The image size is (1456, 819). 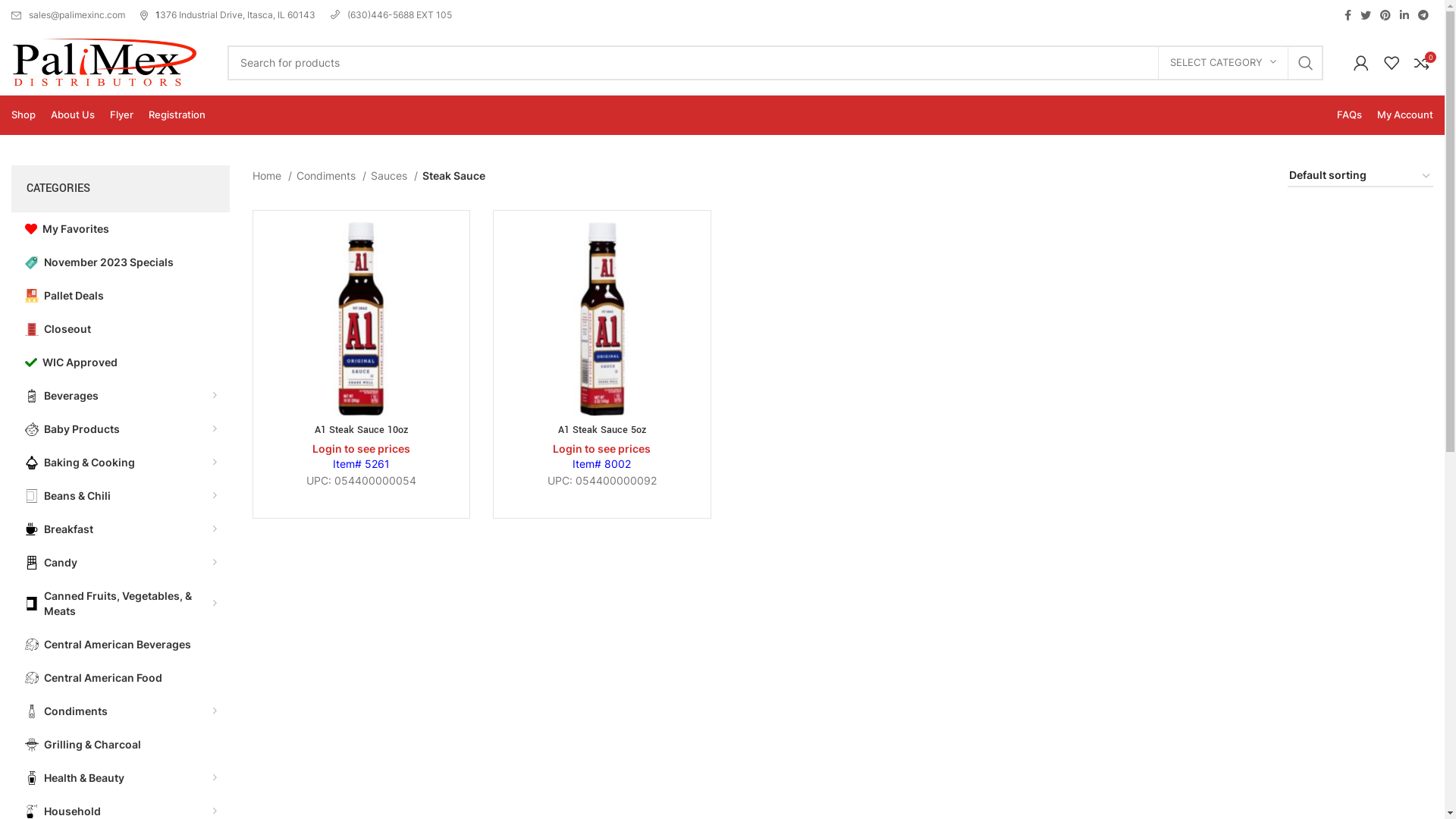 I want to click on 'baby-svgrepo-com', so click(x=32, y=429).